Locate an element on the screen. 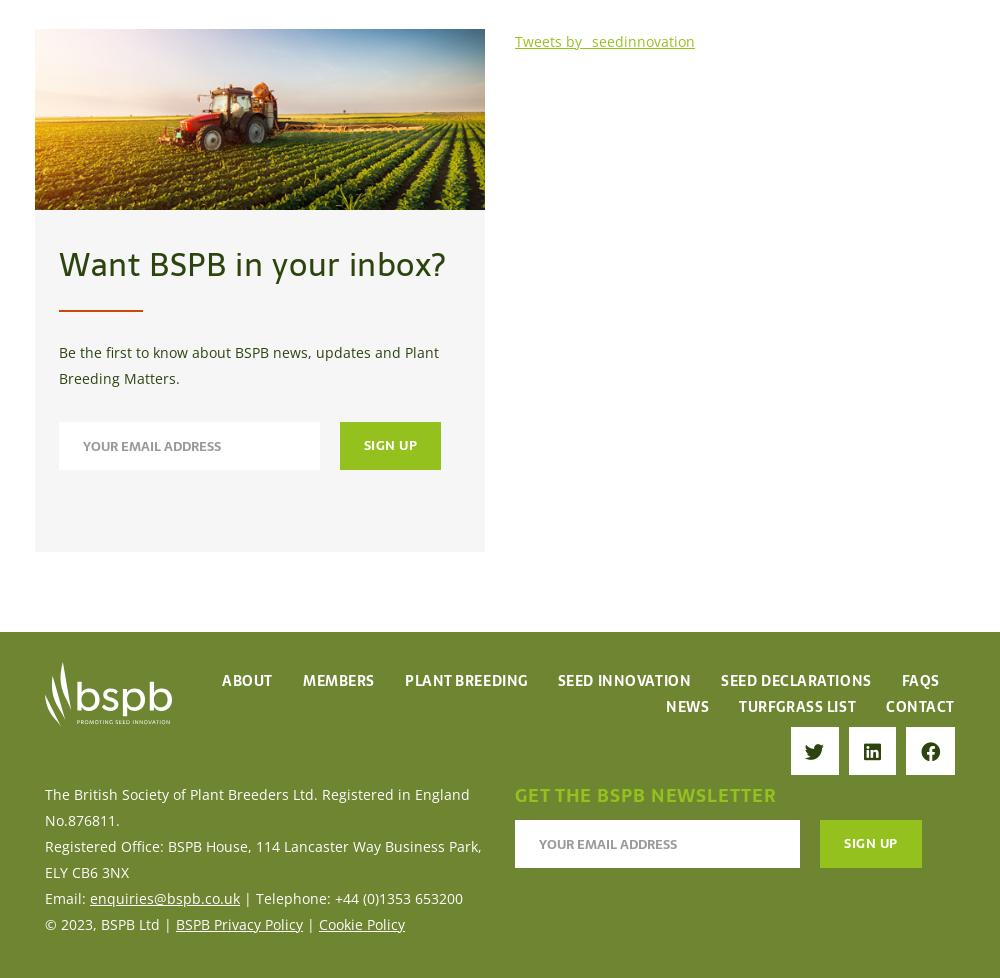 This screenshot has height=978, width=1000. 'Registered Office: BSPB House, 114 Lancaster Way Business Park, ELY CB6 3NX' is located at coordinates (263, 857).